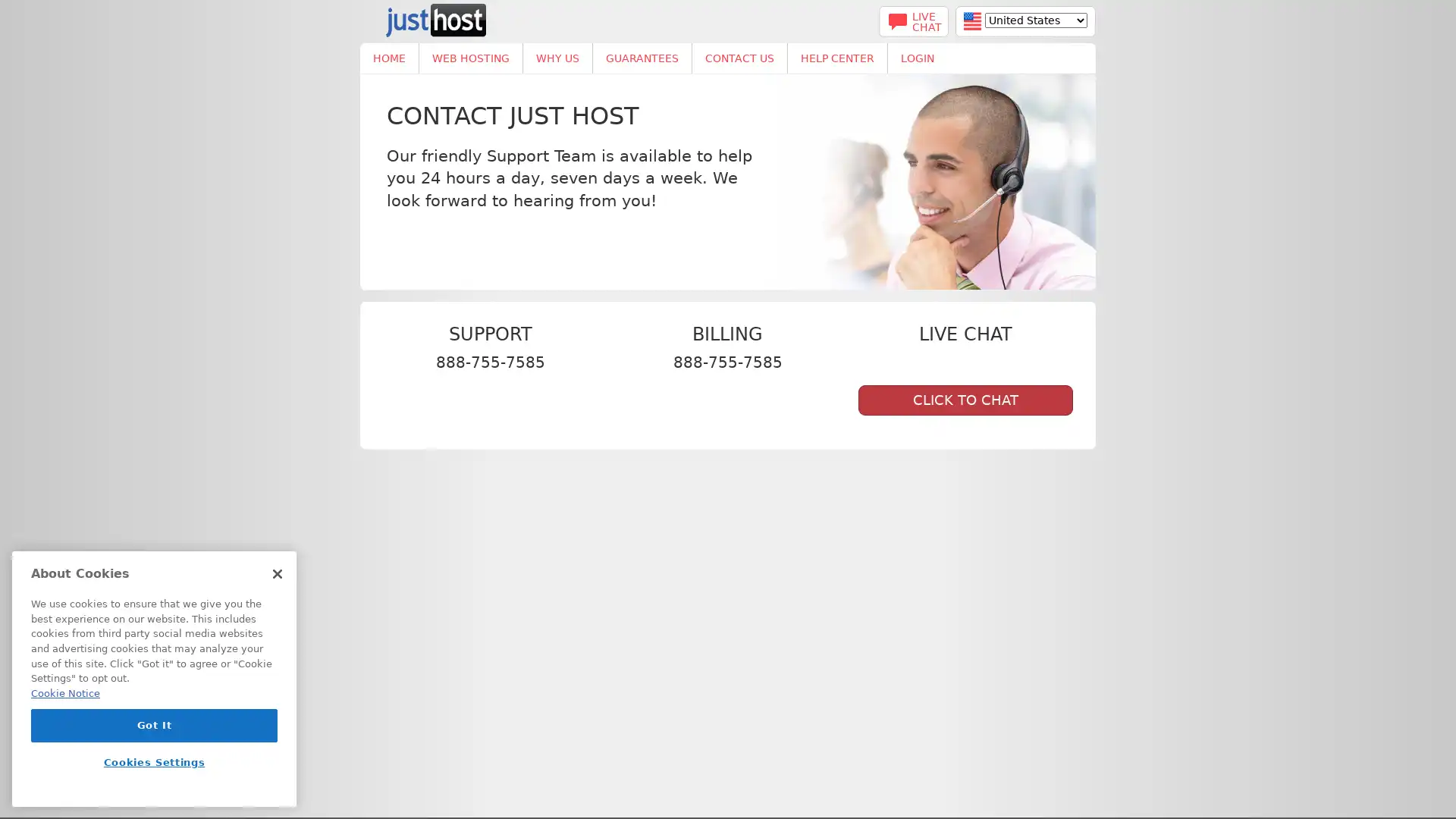 This screenshot has height=819, width=1456. What do you see at coordinates (154, 767) in the screenshot?
I see `Cookies Settings` at bounding box center [154, 767].